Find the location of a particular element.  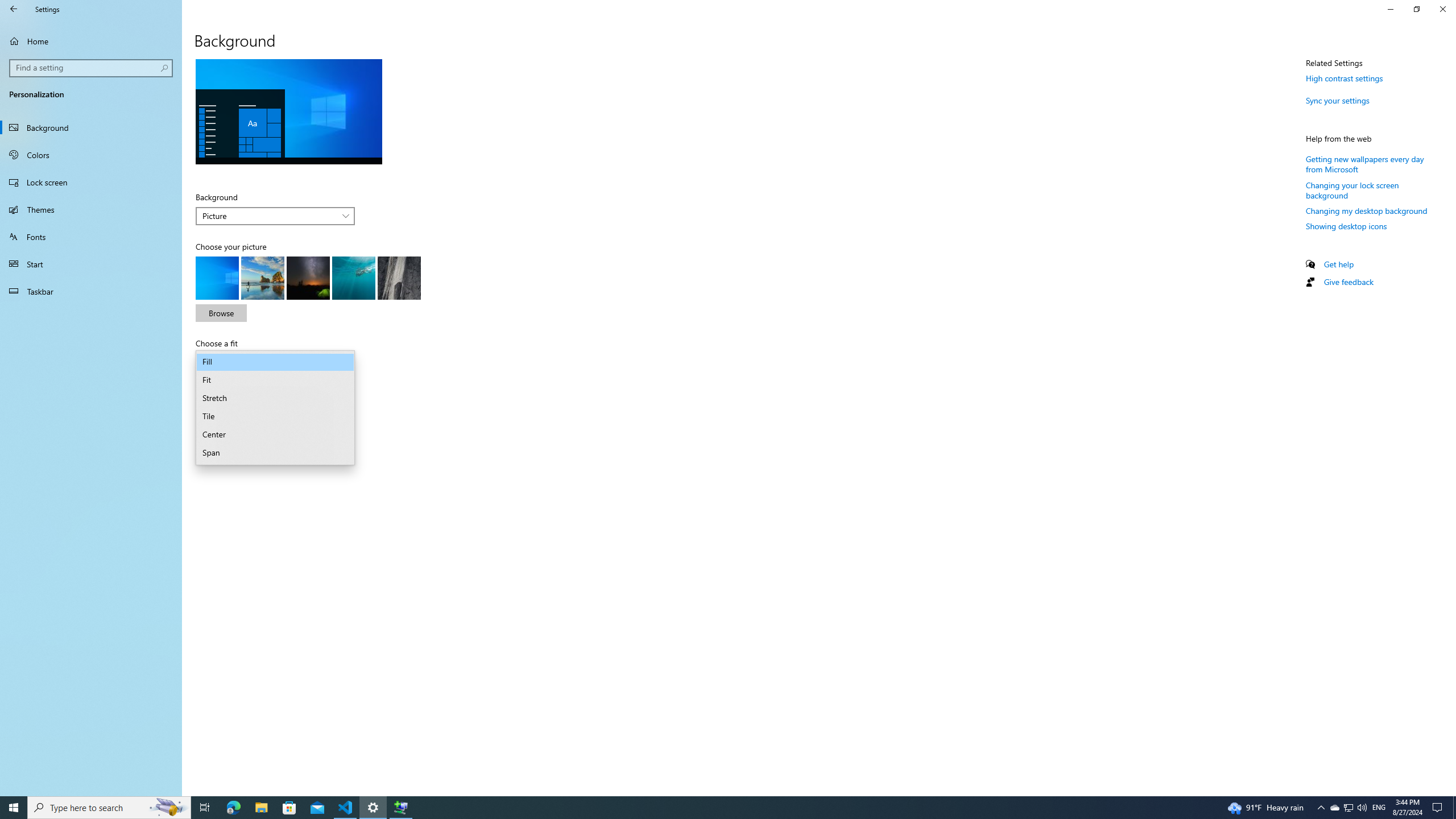

'Minimize Settings' is located at coordinates (1389, 9).